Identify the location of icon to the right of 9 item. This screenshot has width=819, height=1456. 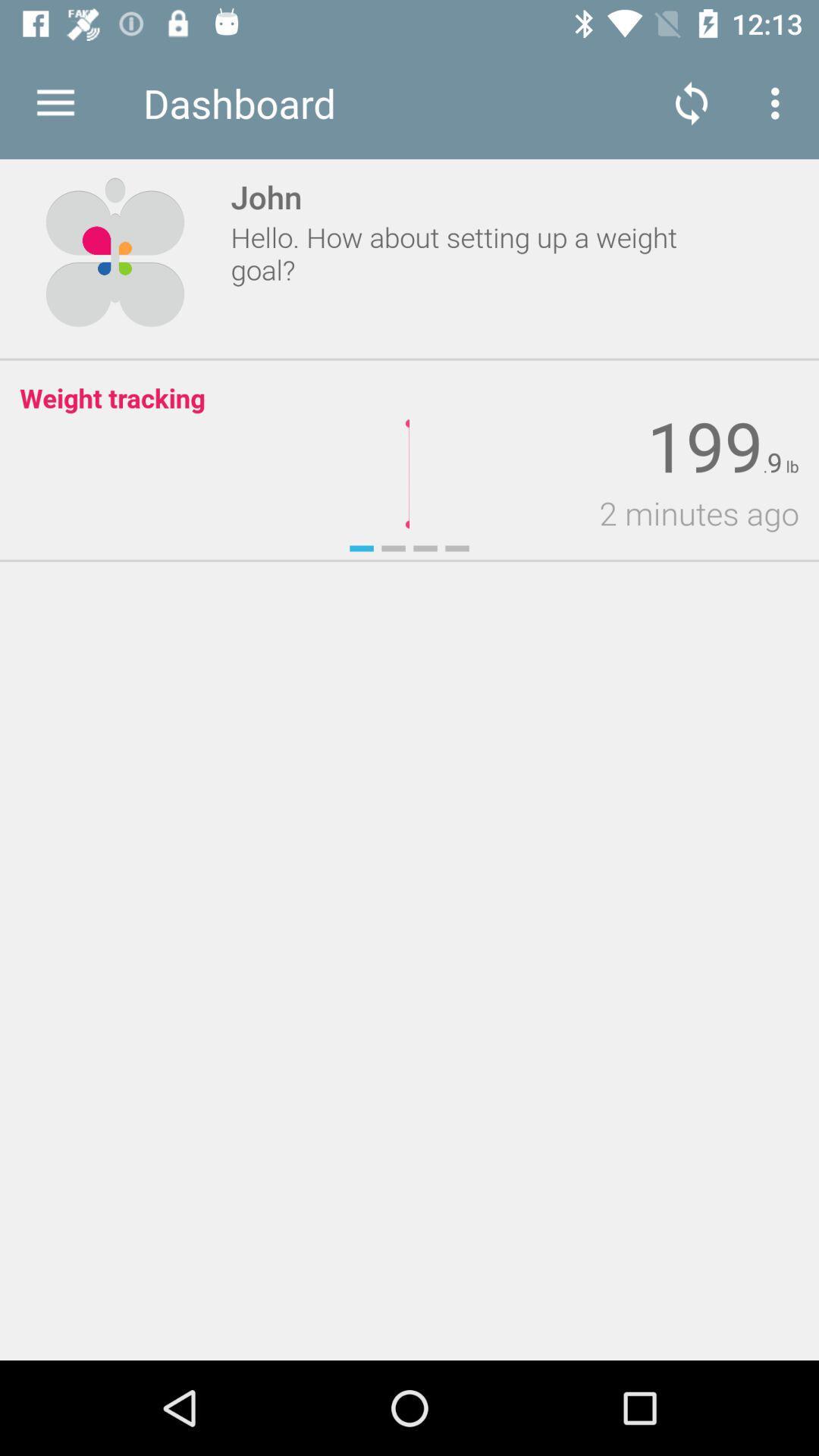
(789, 466).